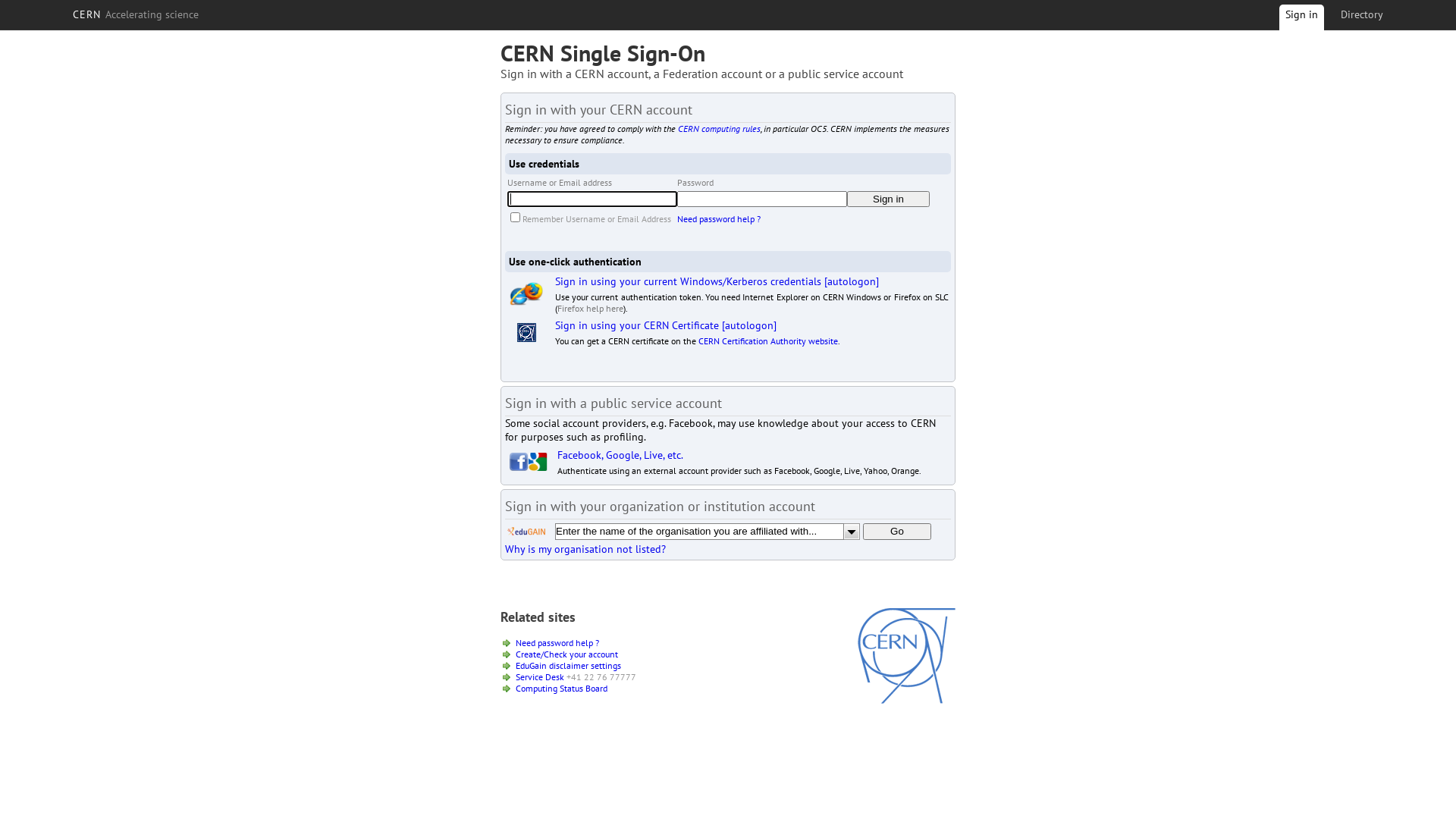 Image resolution: width=1456 pixels, height=819 pixels. I want to click on 'Need password help ?', so click(717, 218).